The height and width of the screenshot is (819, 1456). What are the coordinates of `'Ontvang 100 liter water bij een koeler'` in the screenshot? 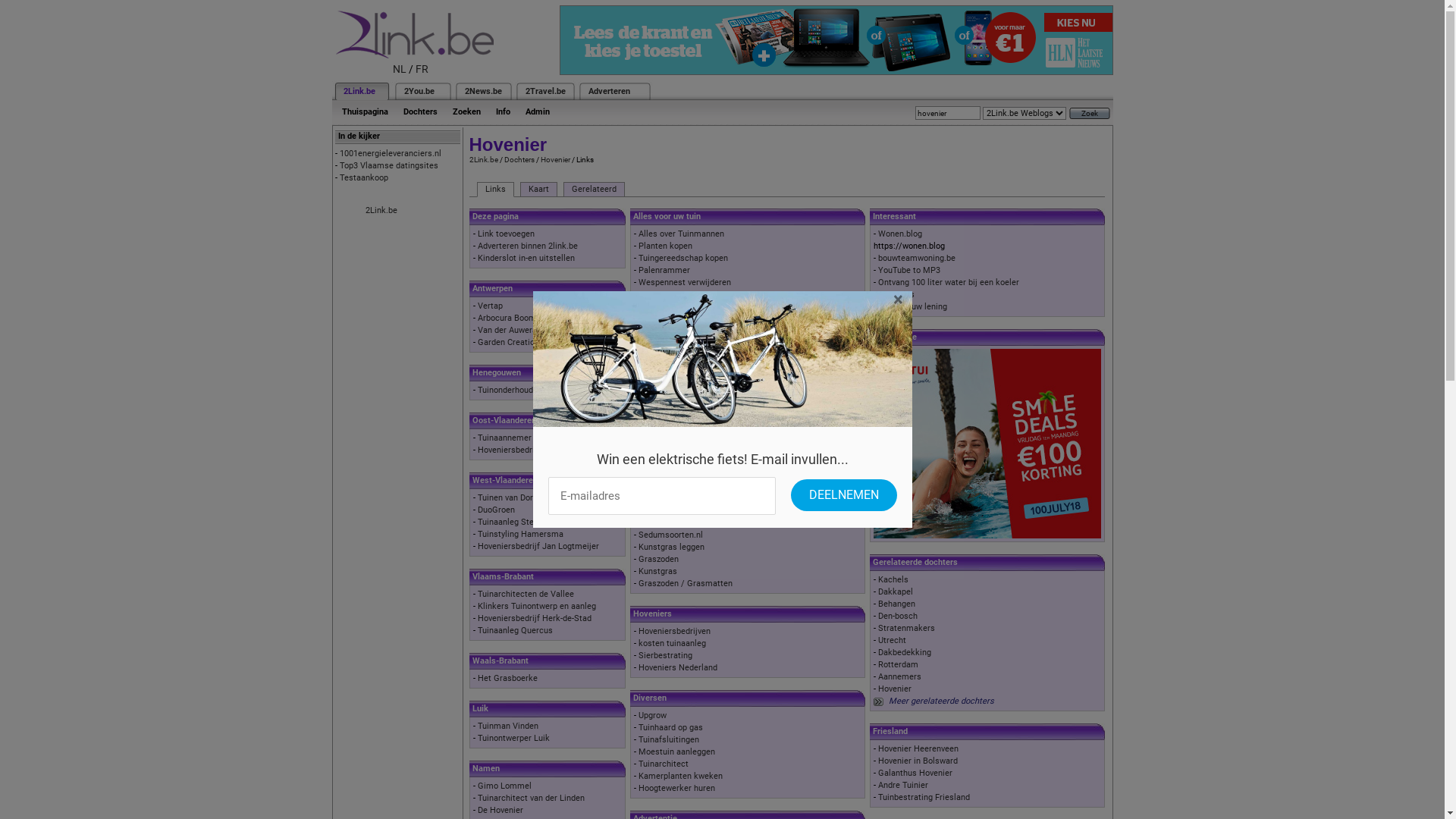 It's located at (948, 282).